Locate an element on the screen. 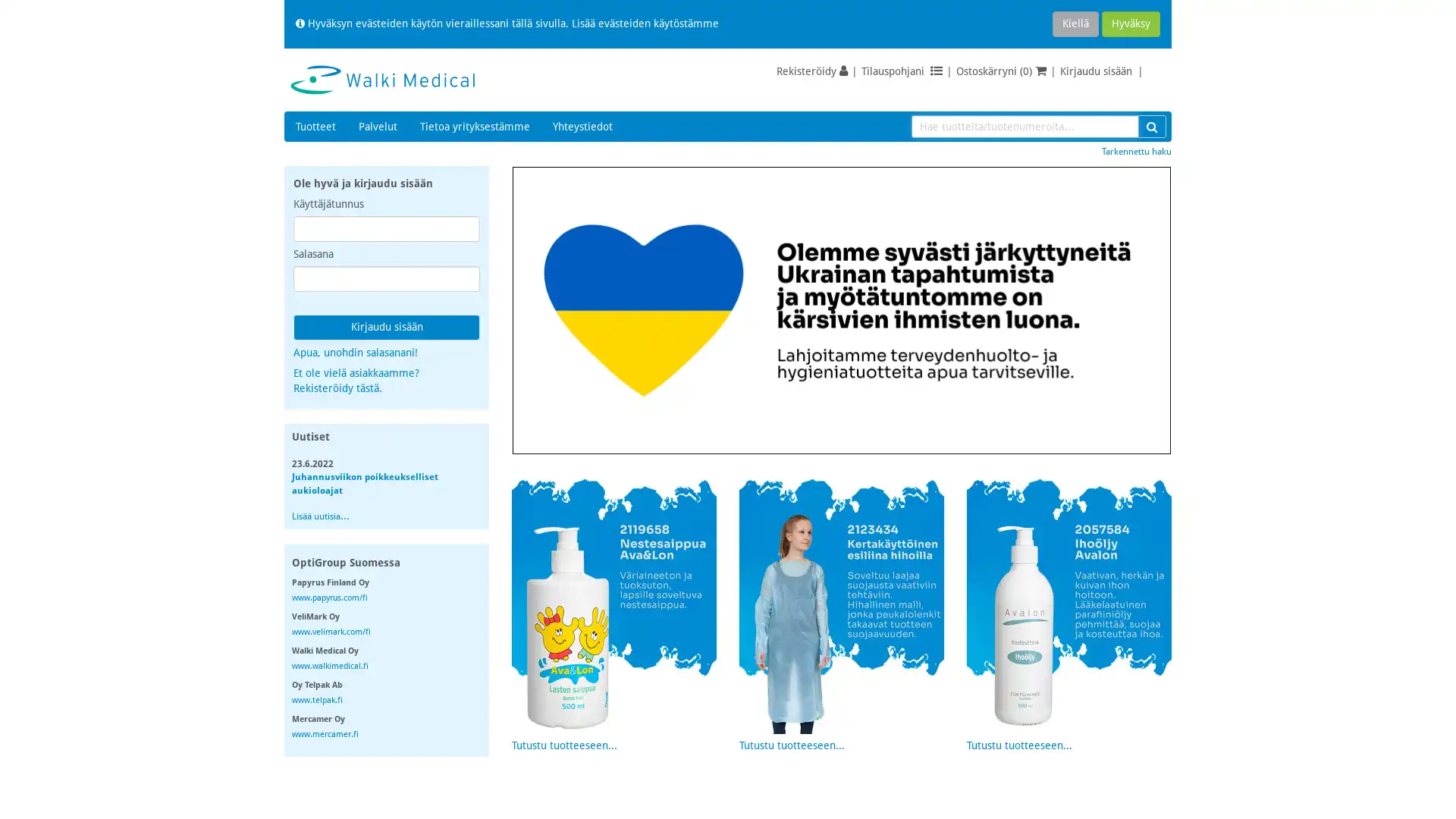 This screenshot has width=1456, height=819. Kiella is located at coordinates (1075, 24).